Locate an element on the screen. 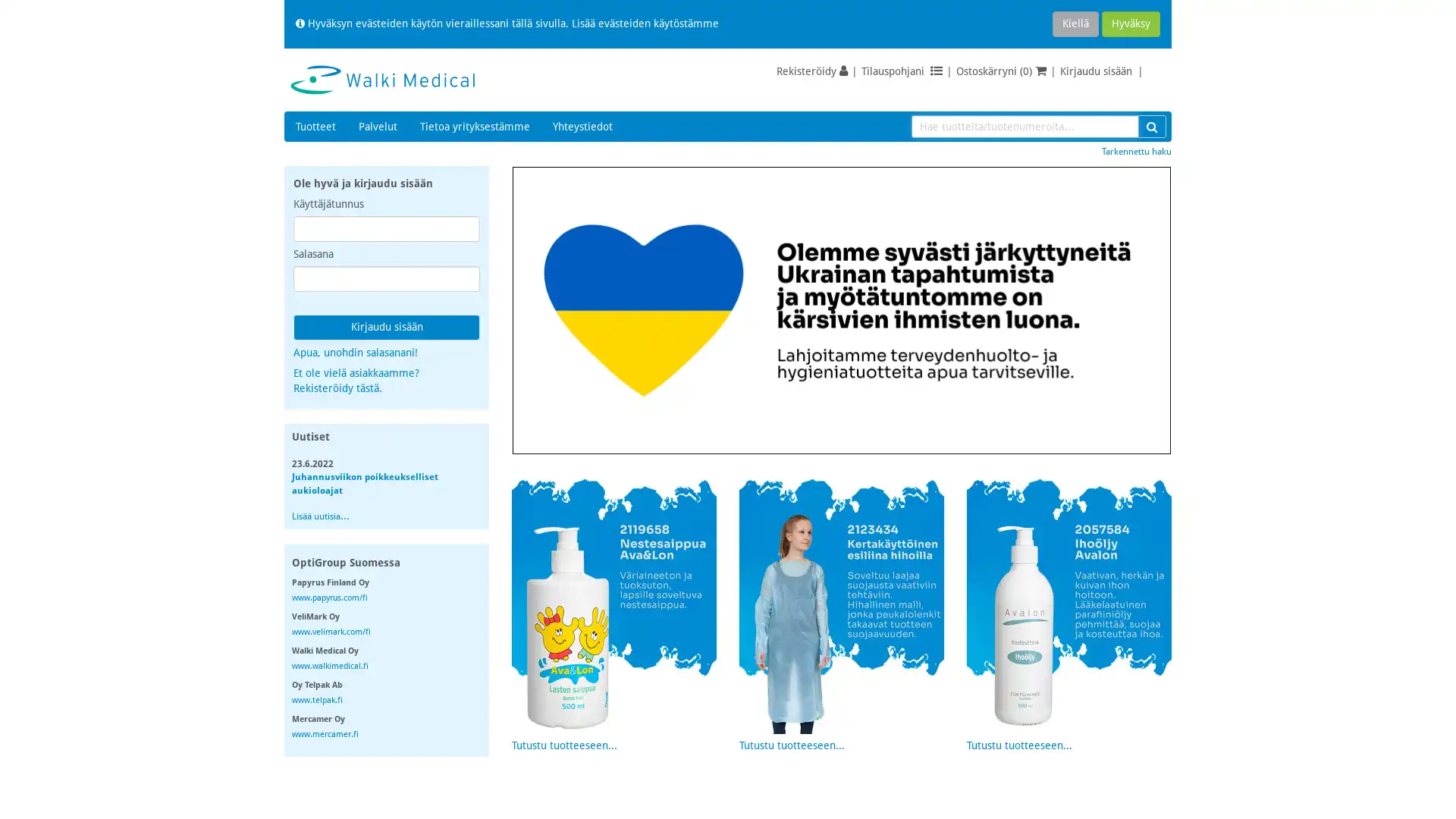 This screenshot has width=1456, height=819. Kiella is located at coordinates (1075, 24).